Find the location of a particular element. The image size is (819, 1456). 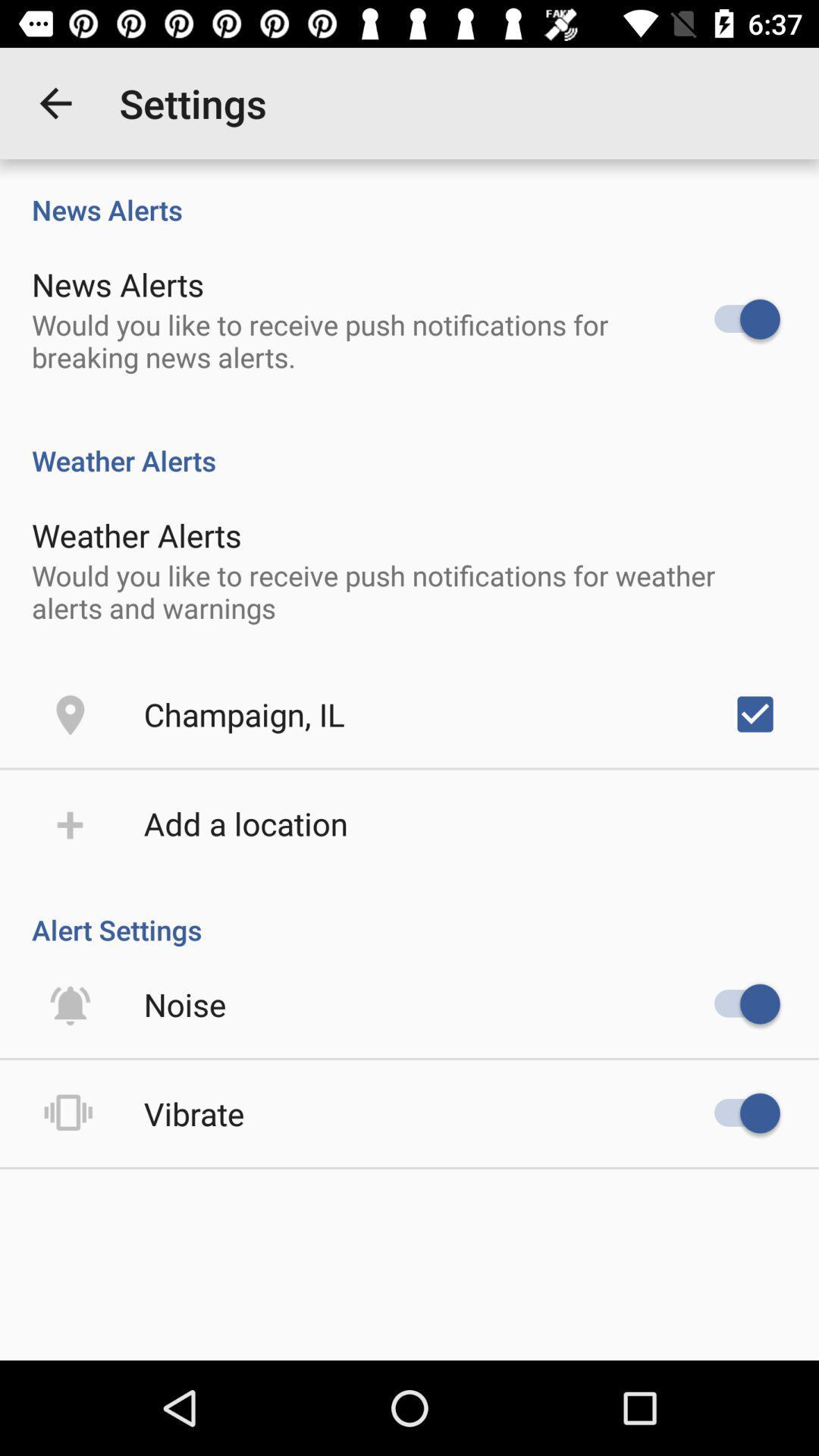

noise item is located at coordinates (184, 1004).